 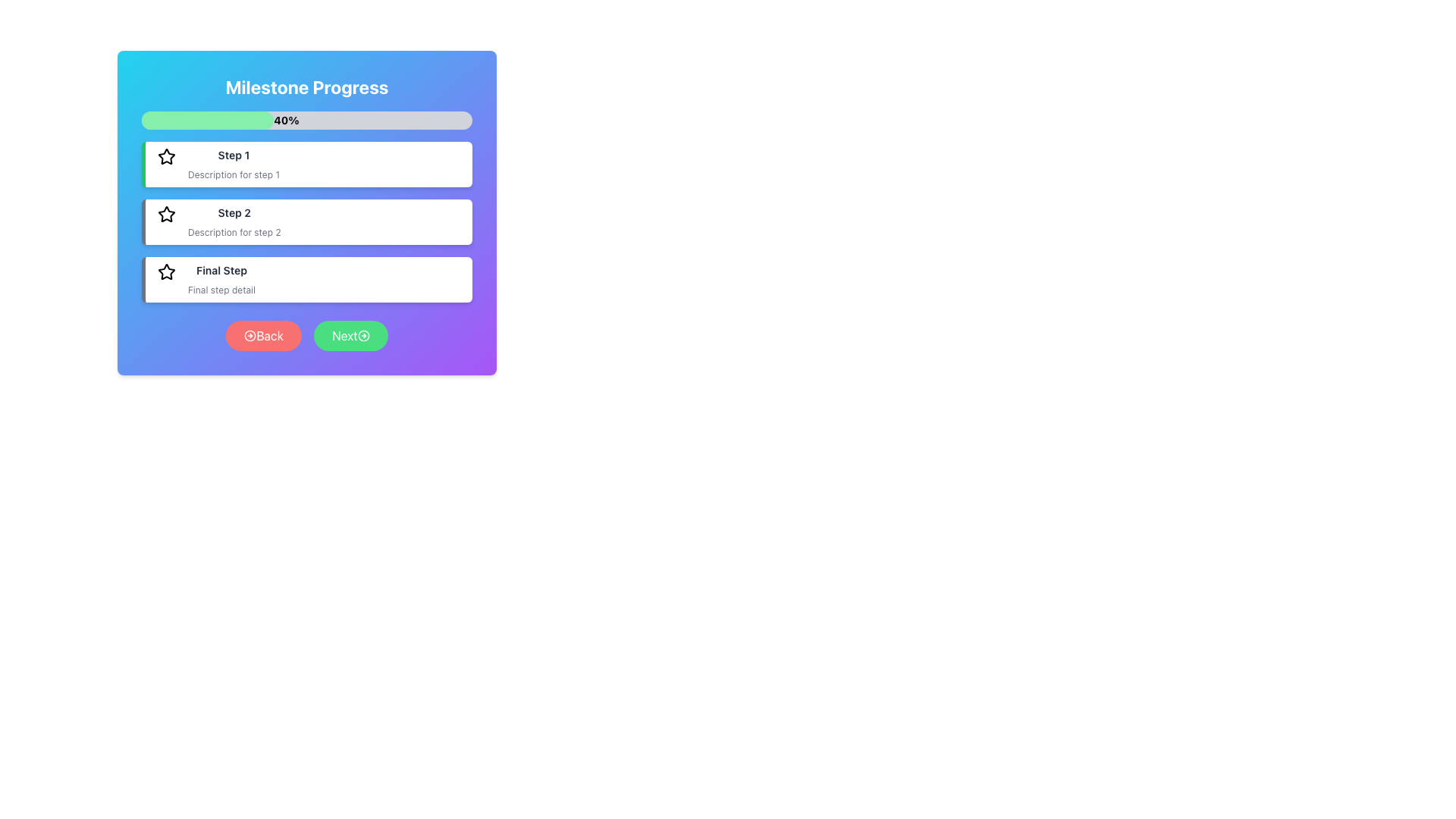 What do you see at coordinates (233, 164) in the screenshot?
I see `the informational text block that describes the first step in a multi-step process, located below the 'Milestone Progress' progress bar and within a bordered white box with a green left border` at bounding box center [233, 164].